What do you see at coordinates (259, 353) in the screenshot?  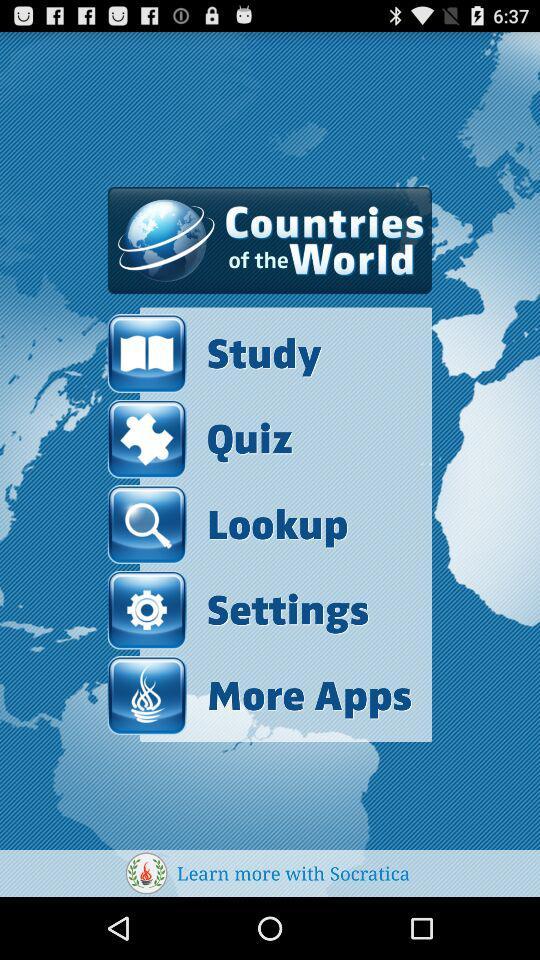 I see `the study icon` at bounding box center [259, 353].